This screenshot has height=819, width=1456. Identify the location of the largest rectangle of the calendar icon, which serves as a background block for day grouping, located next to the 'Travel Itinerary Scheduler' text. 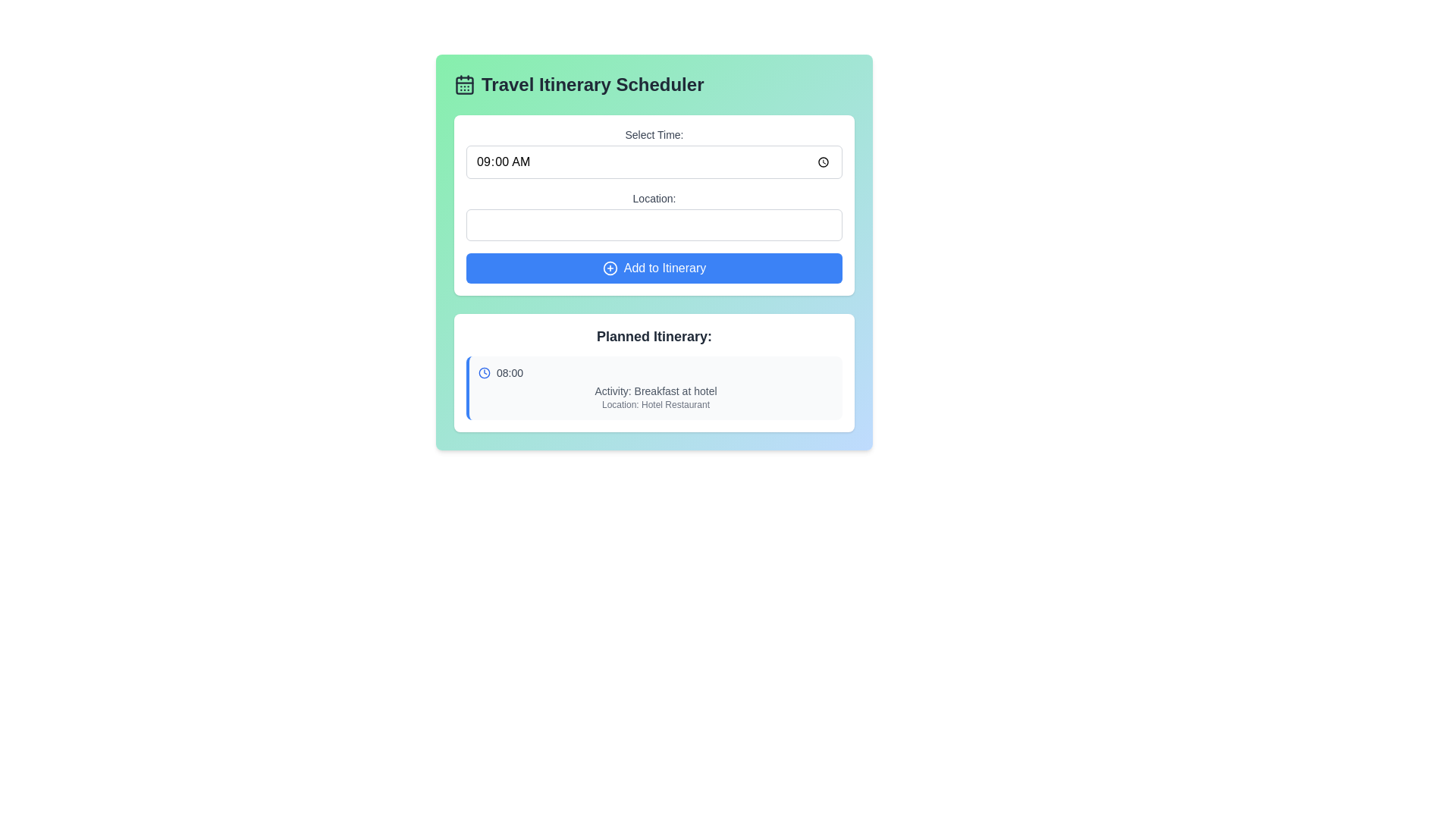
(464, 85).